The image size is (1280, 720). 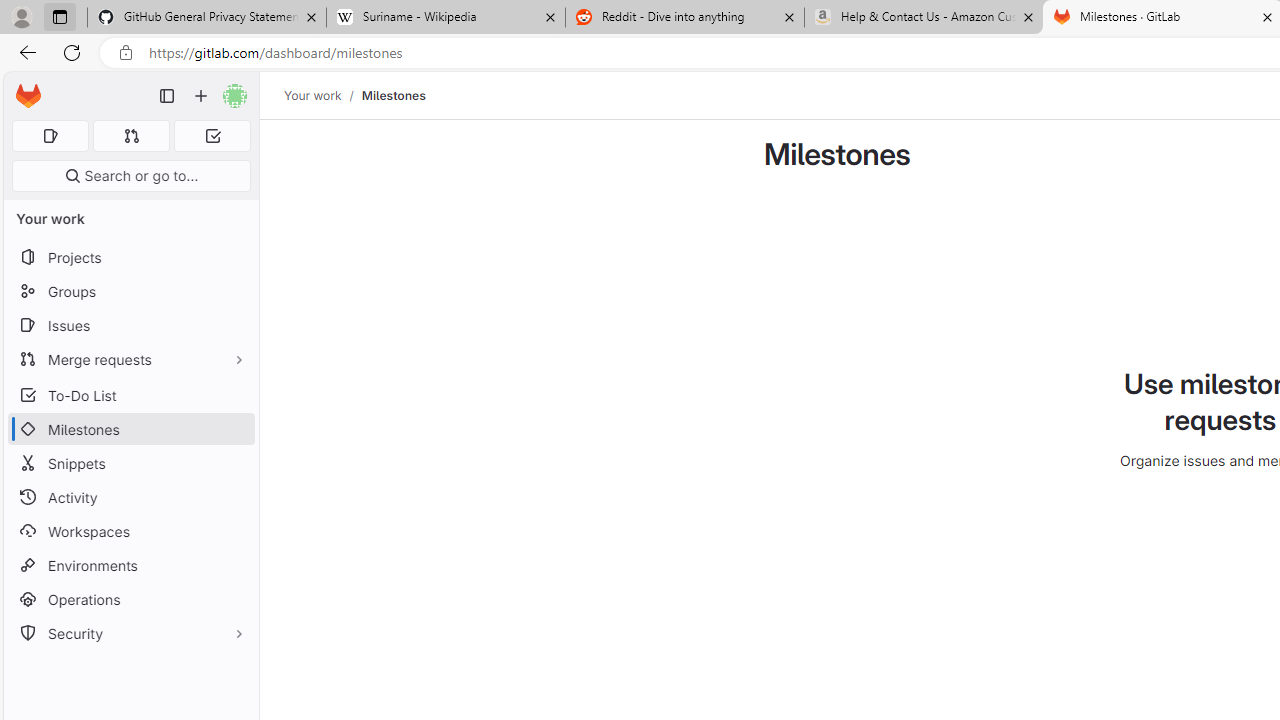 What do you see at coordinates (28, 96) in the screenshot?
I see `'Homepage'` at bounding box center [28, 96].